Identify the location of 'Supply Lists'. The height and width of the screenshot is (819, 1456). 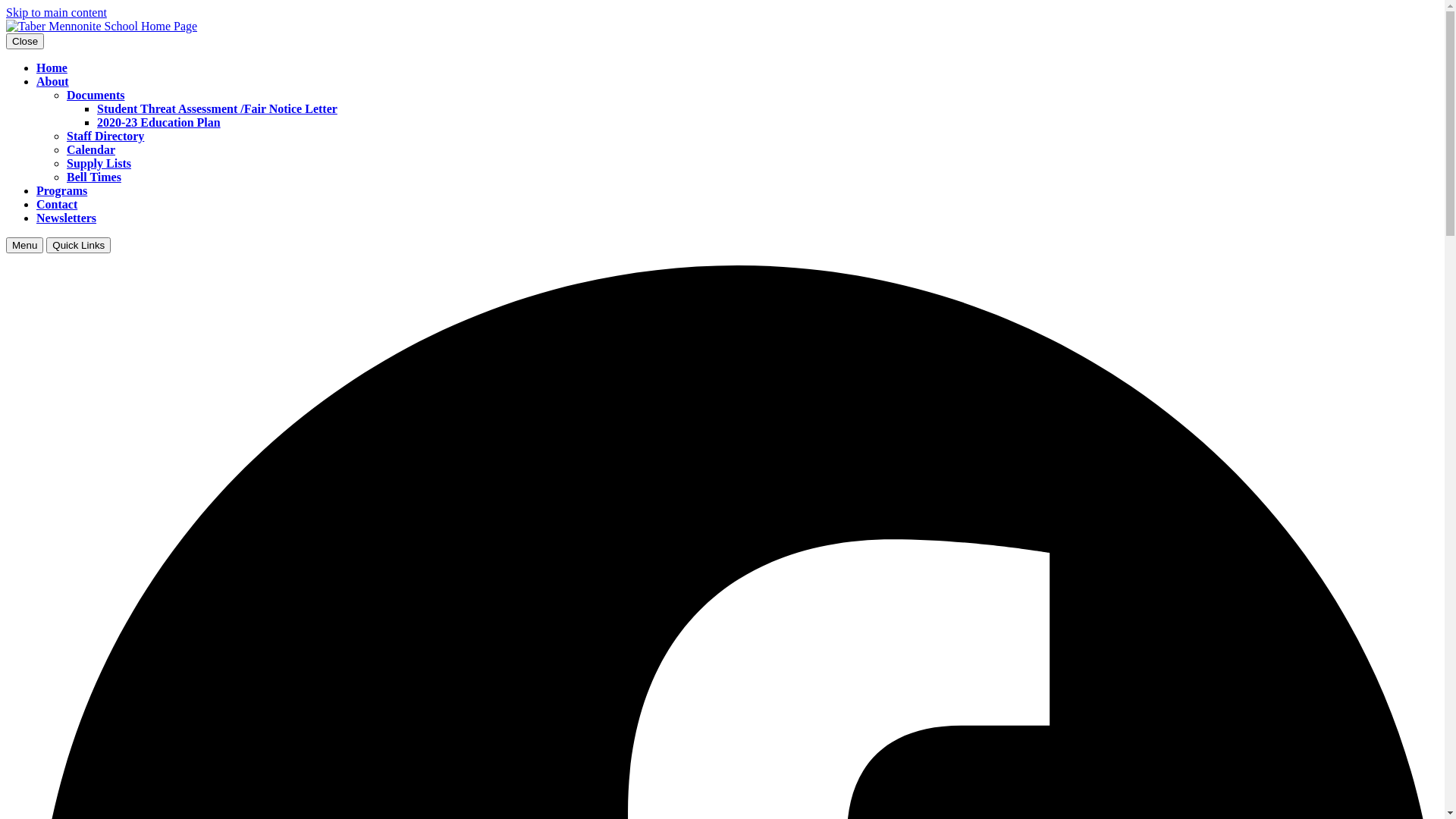
(98, 163).